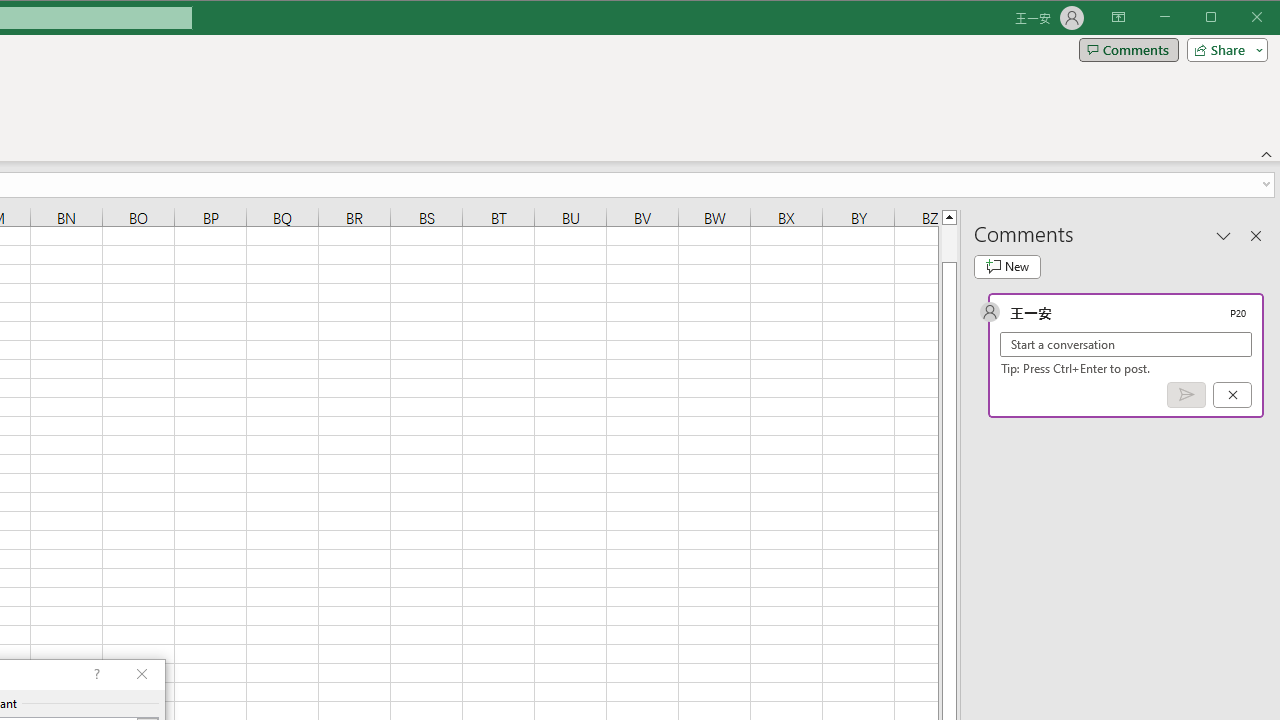  What do you see at coordinates (1126, 343) in the screenshot?
I see `'Start a conversation'` at bounding box center [1126, 343].